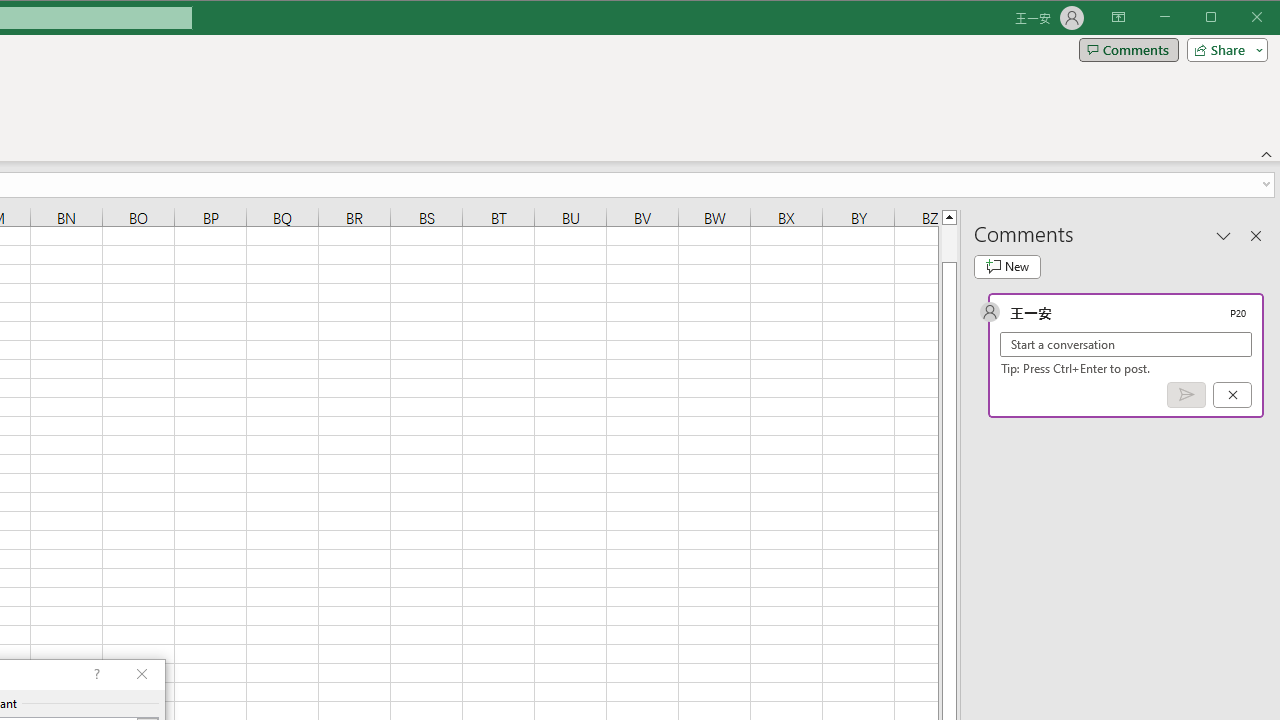  What do you see at coordinates (1126, 343) in the screenshot?
I see `'Start a conversation'` at bounding box center [1126, 343].